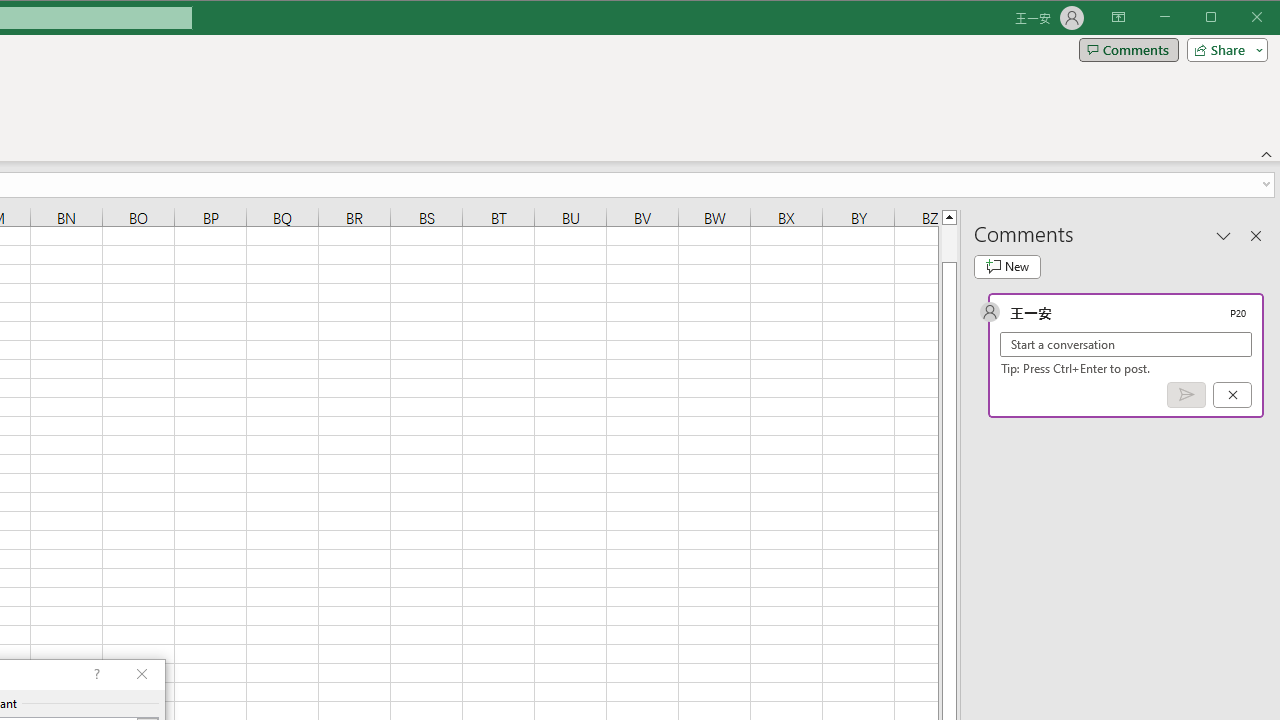  What do you see at coordinates (1126, 343) in the screenshot?
I see `'Start a conversation'` at bounding box center [1126, 343].